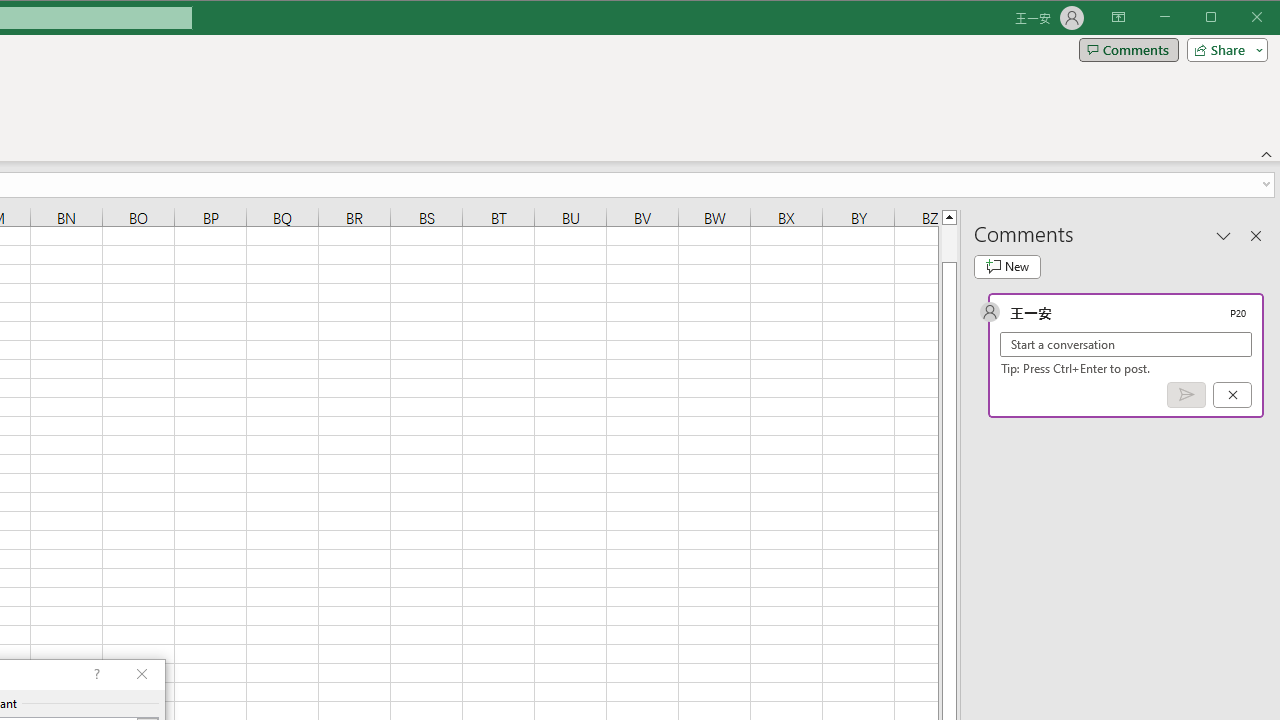  What do you see at coordinates (1126, 343) in the screenshot?
I see `'Start a conversation'` at bounding box center [1126, 343].